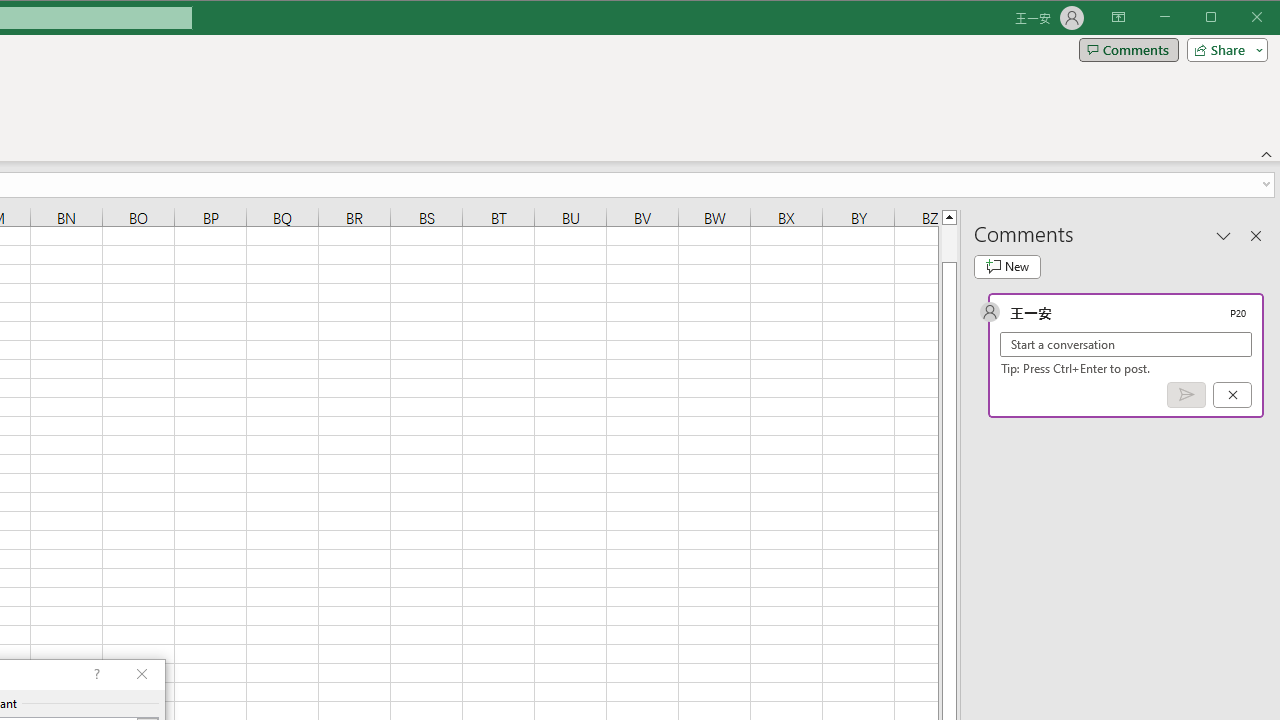  What do you see at coordinates (1126, 343) in the screenshot?
I see `'Start a conversation'` at bounding box center [1126, 343].